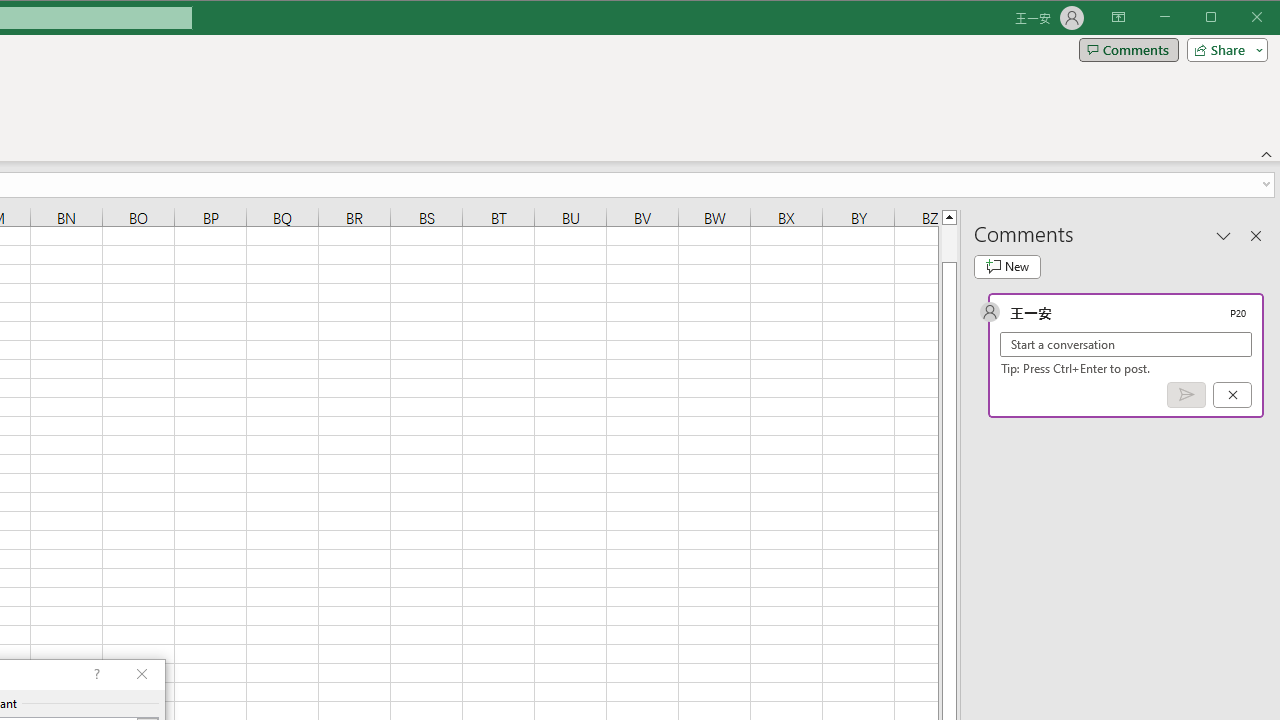  What do you see at coordinates (1126, 343) in the screenshot?
I see `'Start a conversation'` at bounding box center [1126, 343].